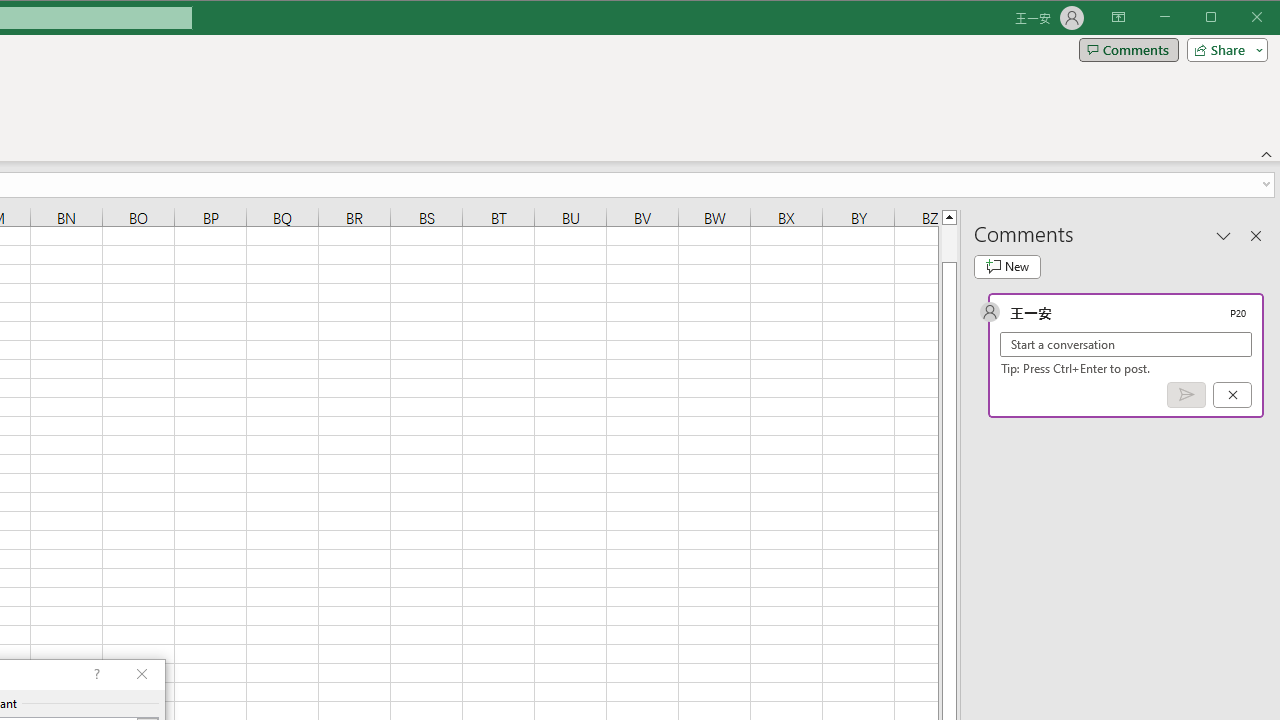  What do you see at coordinates (1126, 343) in the screenshot?
I see `'Start a conversation'` at bounding box center [1126, 343].